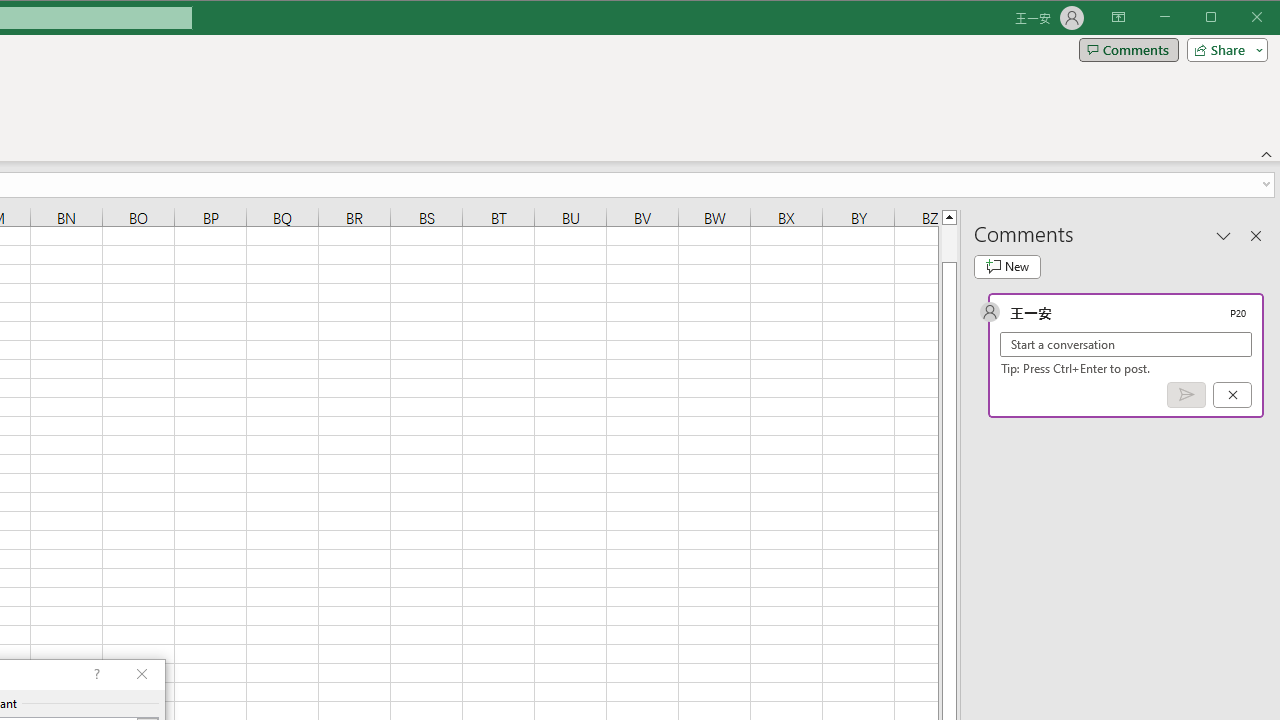  What do you see at coordinates (1126, 343) in the screenshot?
I see `'Start a conversation'` at bounding box center [1126, 343].